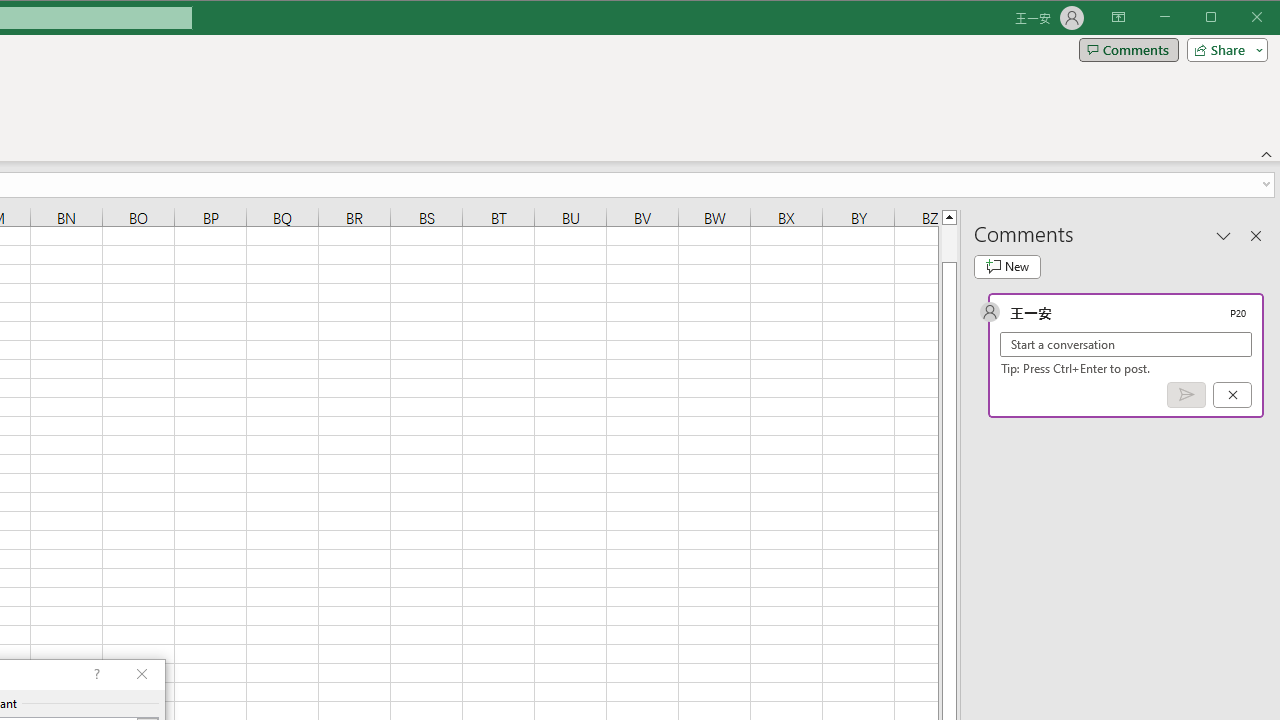  What do you see at coordinates (1126, 343) in the screenshot?
I see `'Start a conversation'` at bounding box center [1126, 343].